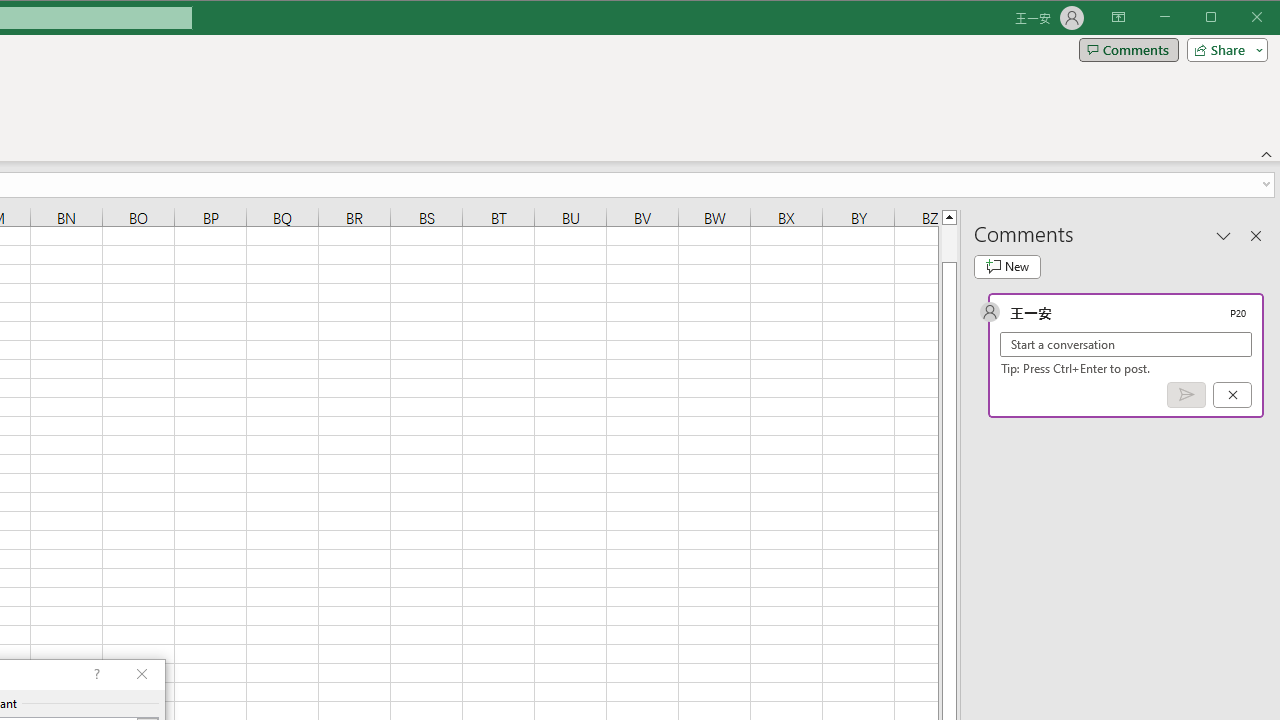  What do you see at coordinates (1126, 343) in the screenshot?
I see `'Start a conversation'` at bounding box center [1126, 343].